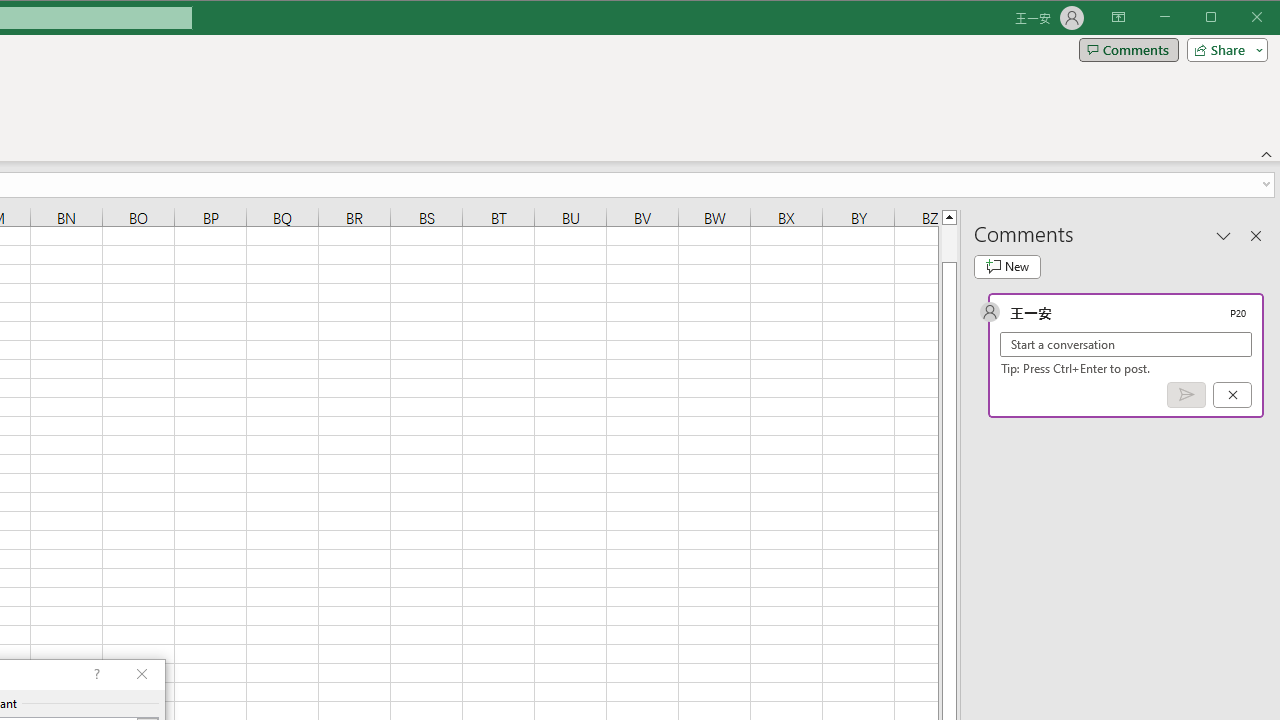  What do you see at coordinates (1126, 343) in the screenshot?
I see `'Start a conversation'` at bounding box center [1126, 343].